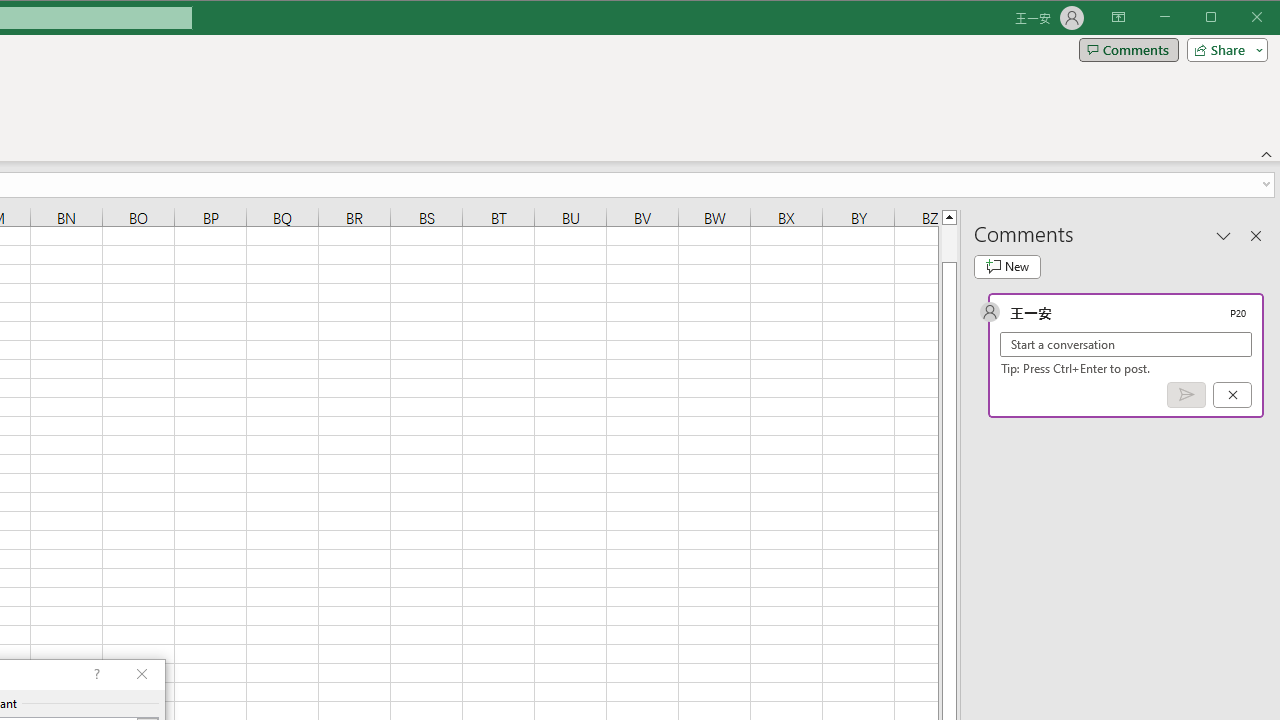  What do you see at coordinates (1126, 343) in the screenshot?
I see `'Start a conversation'` at bounding box center [1126, 343].